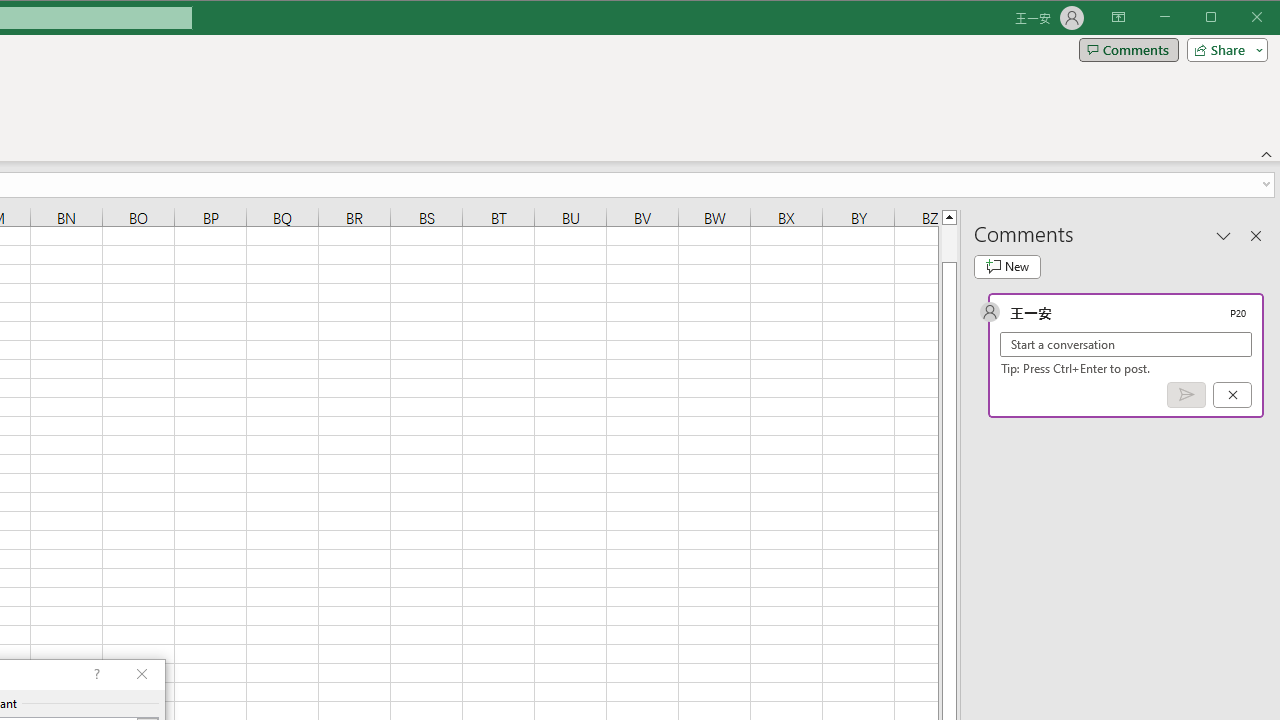  What do you see at coordinates (1126, 343) in the screenshot?
I see `'Start a conversation'` at bounding box center [1126, 343].